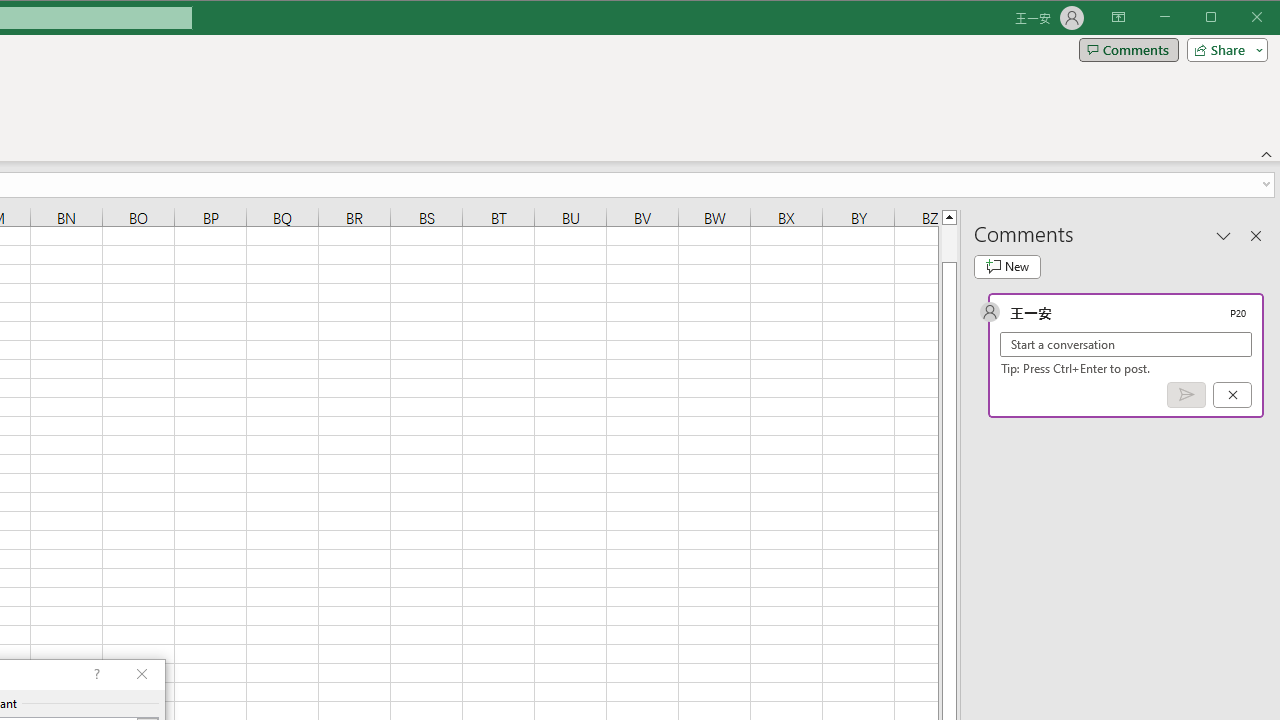  What do you see at coordinates (1126, 343) in the screenshot?
I see `'Start a conversation'` at bounding box center [1126, 343].